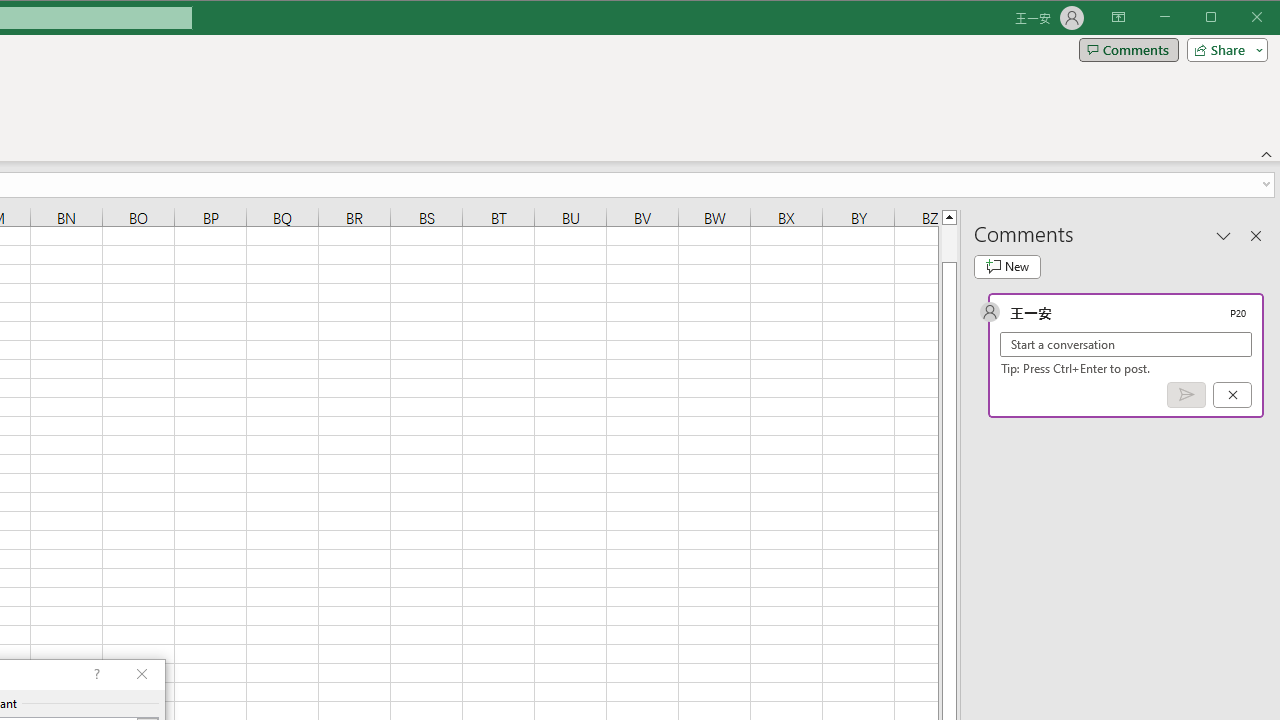  What do you see at coordinates (1126, 343) in the screenshot?
I see `'Start a conversation'` at bounding box center [1126, 343].